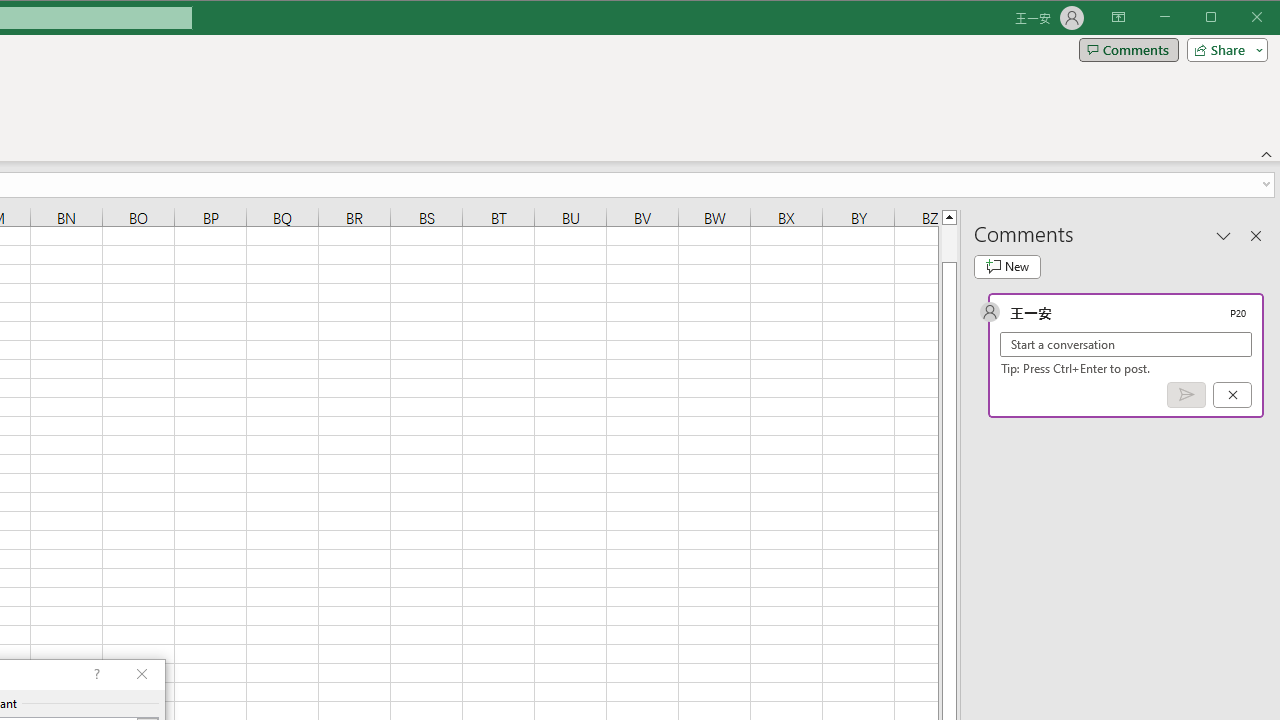  What do you see at coordinates (1126, 343) in the screenshot?
I see `'Start a conversation'` at bounding box center [1126, 343].